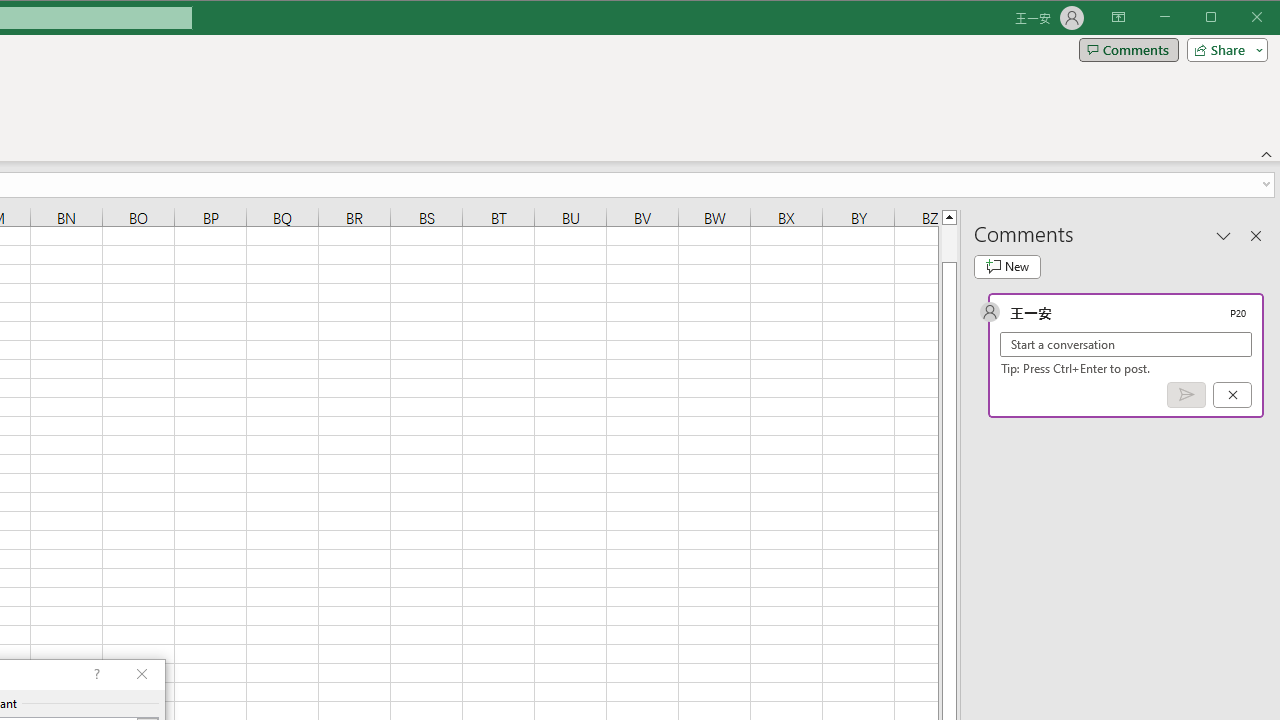  What do you see at coordinates (1126, 343) in the screenshot?
I see `'Start a conversation'` at bounding box center [1126, 343].